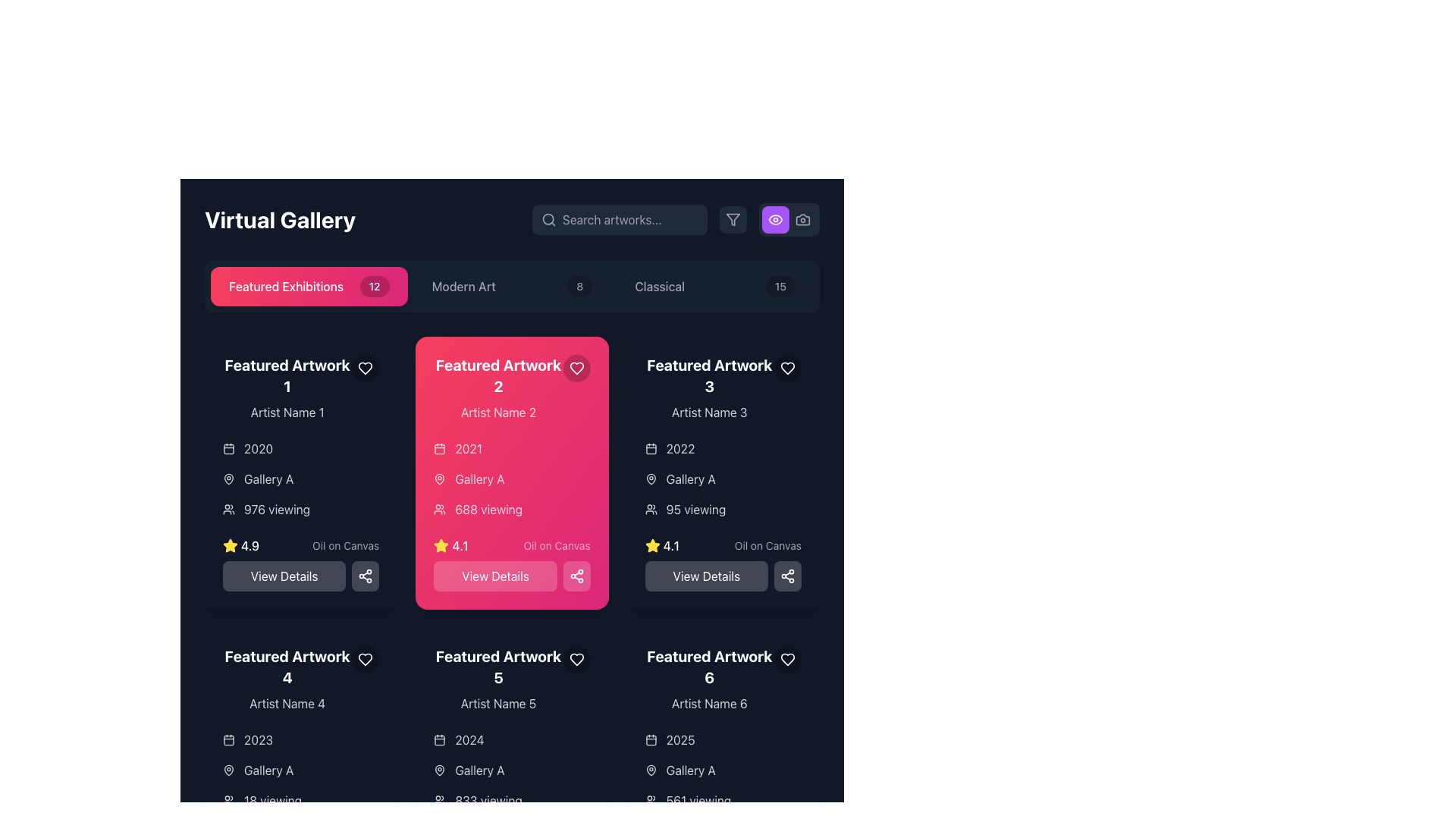 This screenshot has width=1456, height=819. Describe the element at coordinates (576, 576) in the screenshot. I see `the small, square share button with a share icon located in the bottom-right corner of the 'Featured Artwork 2' section` at that location.